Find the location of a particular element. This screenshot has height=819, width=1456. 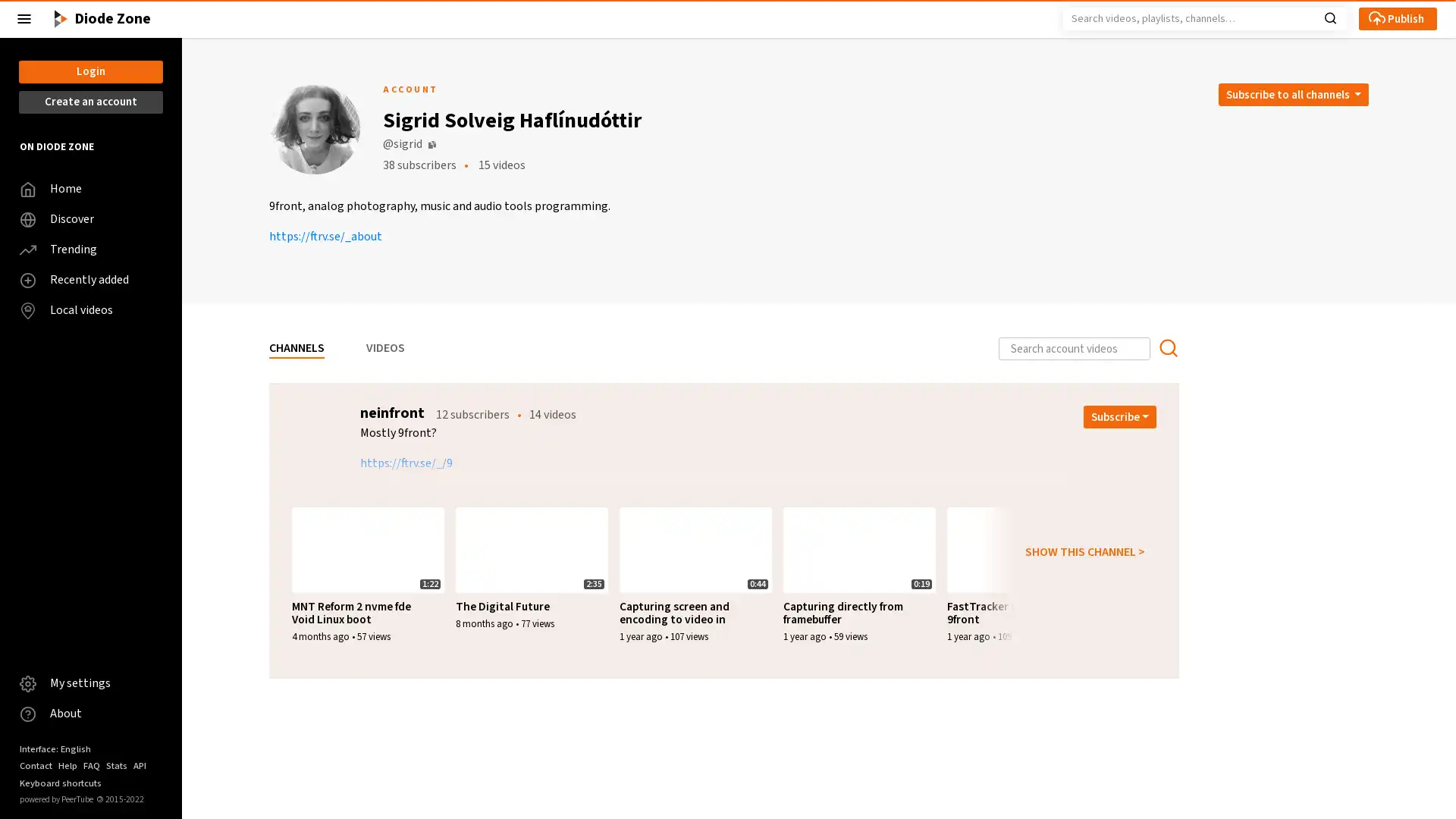

Search is located at coordinates (1329, 17).